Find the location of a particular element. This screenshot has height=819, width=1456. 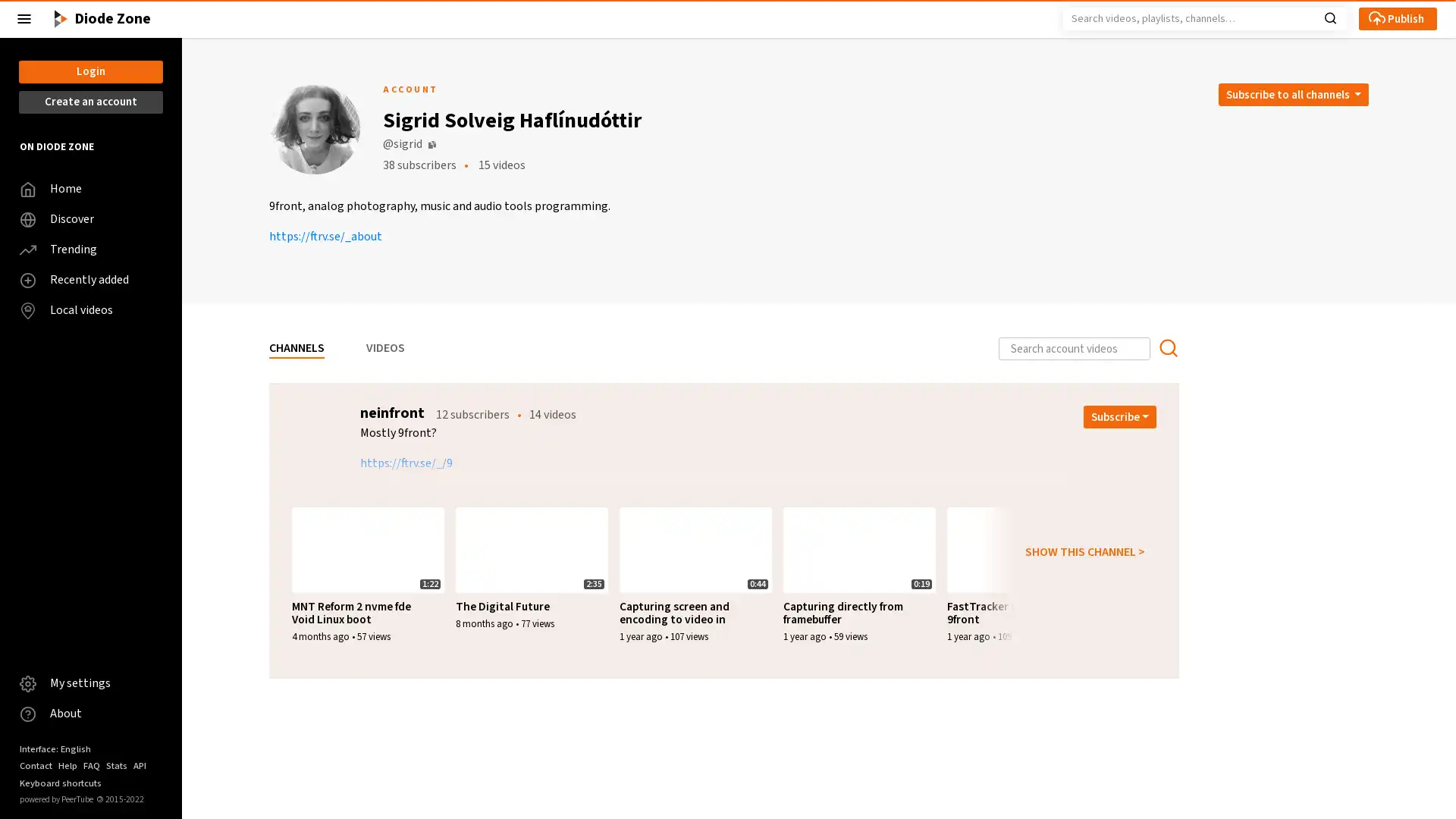

Search is located at coordinates (1329, 17).